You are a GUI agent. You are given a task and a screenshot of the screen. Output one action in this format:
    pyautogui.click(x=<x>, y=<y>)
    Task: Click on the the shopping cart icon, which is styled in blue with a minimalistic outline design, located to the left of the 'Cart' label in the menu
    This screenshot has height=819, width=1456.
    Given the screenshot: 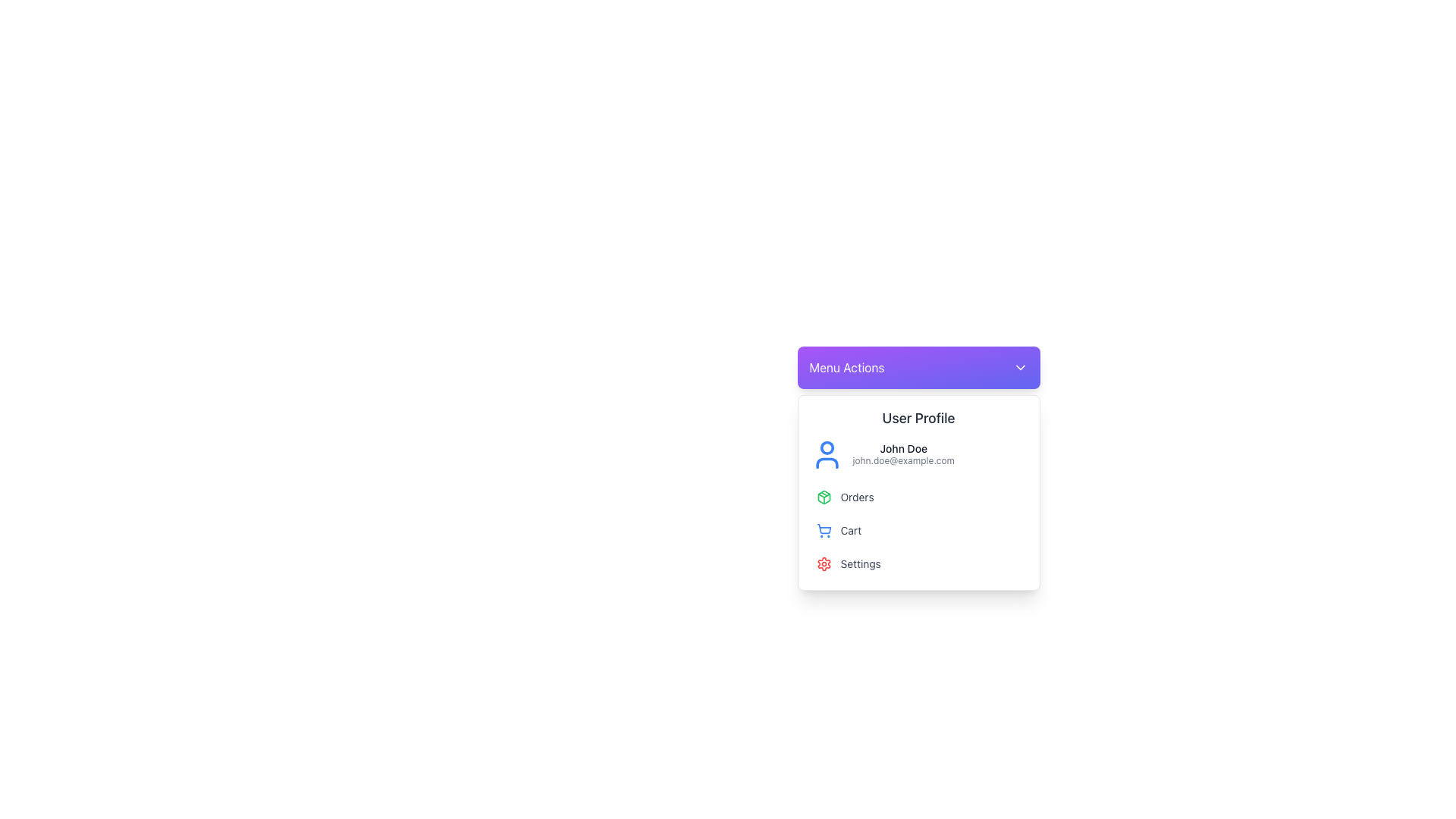 What is the action you would take?
    pyautogui.click(x=823, y=529)
    